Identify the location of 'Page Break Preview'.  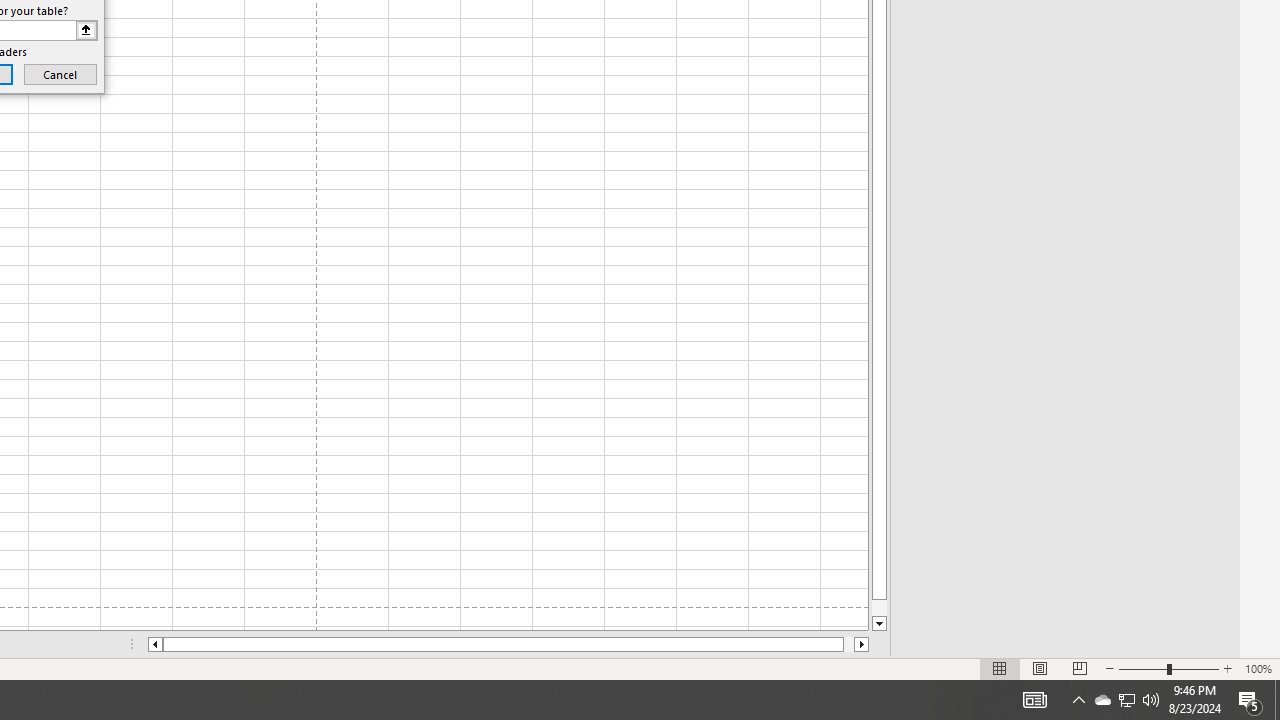
(1078, 669).